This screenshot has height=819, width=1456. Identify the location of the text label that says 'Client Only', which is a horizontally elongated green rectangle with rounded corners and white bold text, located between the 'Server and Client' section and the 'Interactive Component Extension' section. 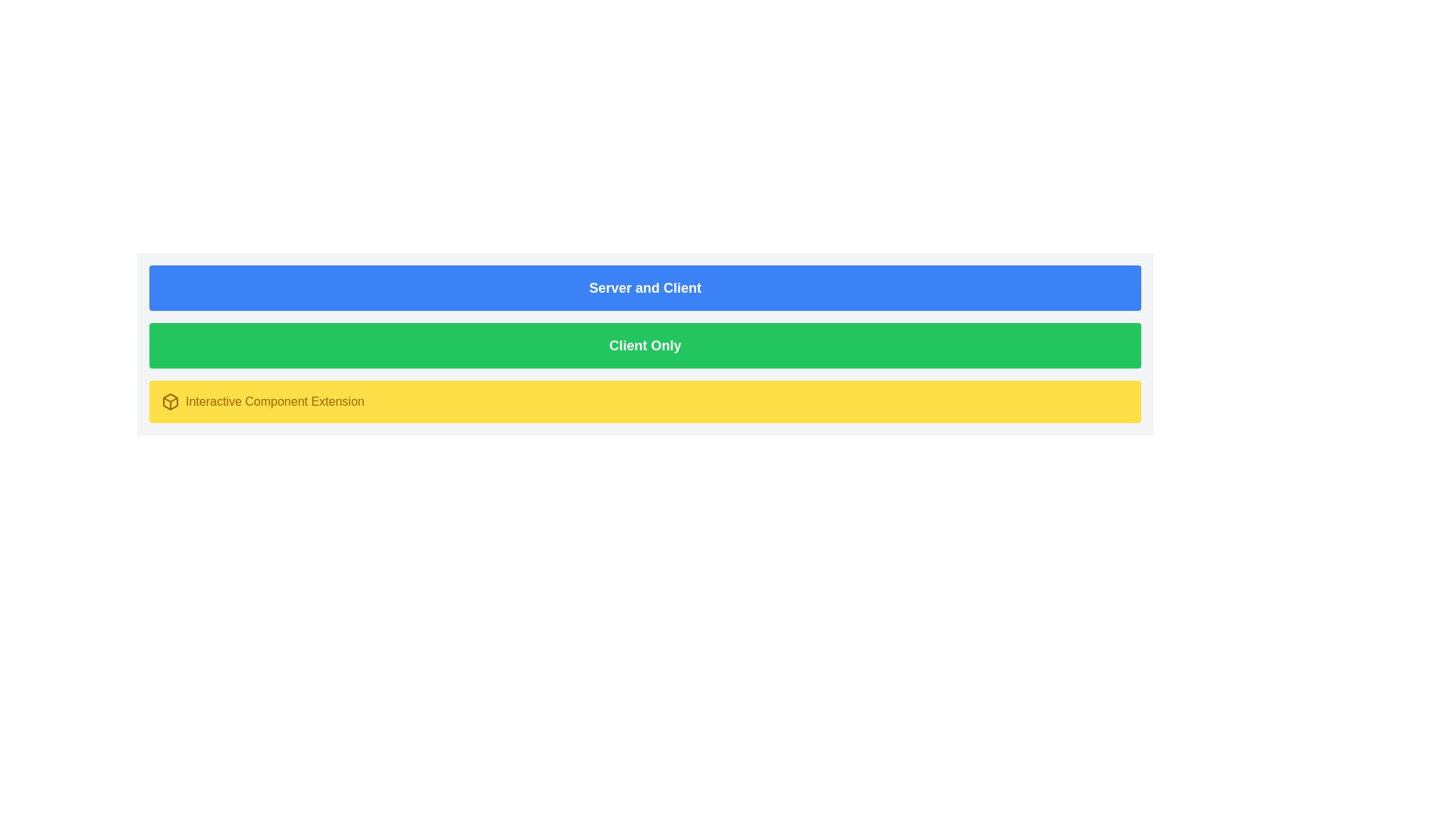
(645, 345).